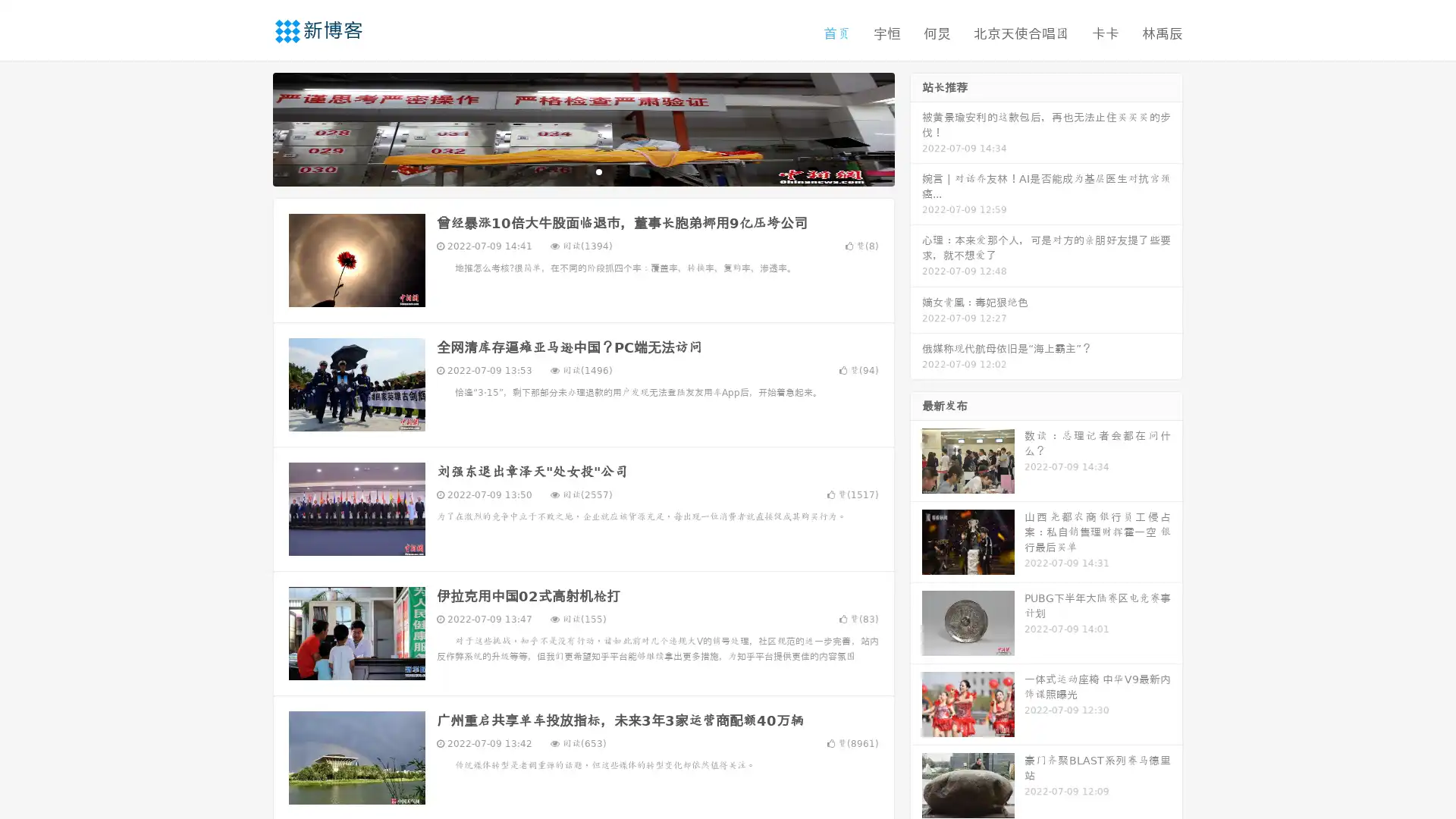  Describe the element at coordinates (250, 127) in the screenshot. I see `Previous slide` at that location.